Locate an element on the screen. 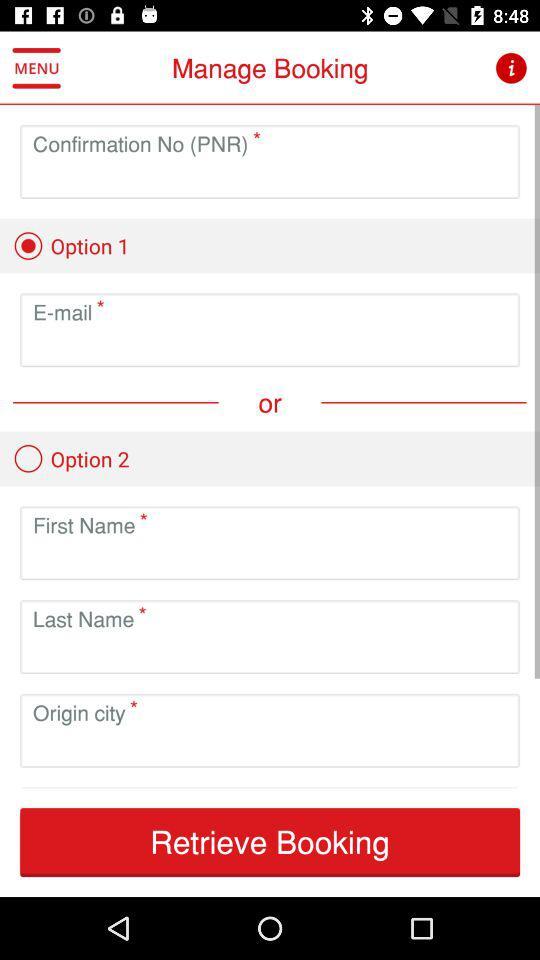 Image resolution: width=540 pixels, height=960 pixels. first name space is located at coordinates (270, 559).